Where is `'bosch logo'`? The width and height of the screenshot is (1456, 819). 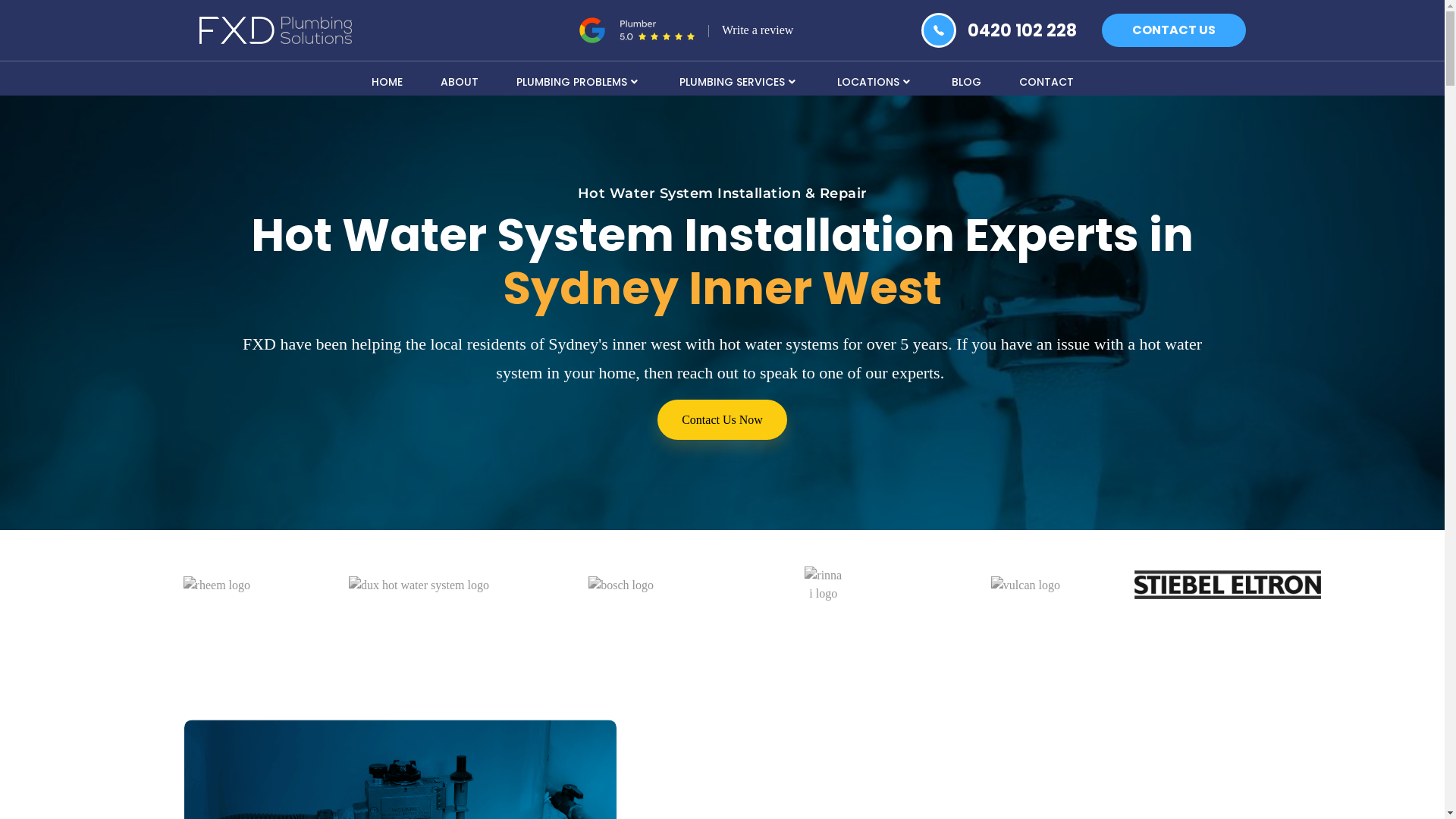 'bosch logo' is located at coordinates (621, 584).